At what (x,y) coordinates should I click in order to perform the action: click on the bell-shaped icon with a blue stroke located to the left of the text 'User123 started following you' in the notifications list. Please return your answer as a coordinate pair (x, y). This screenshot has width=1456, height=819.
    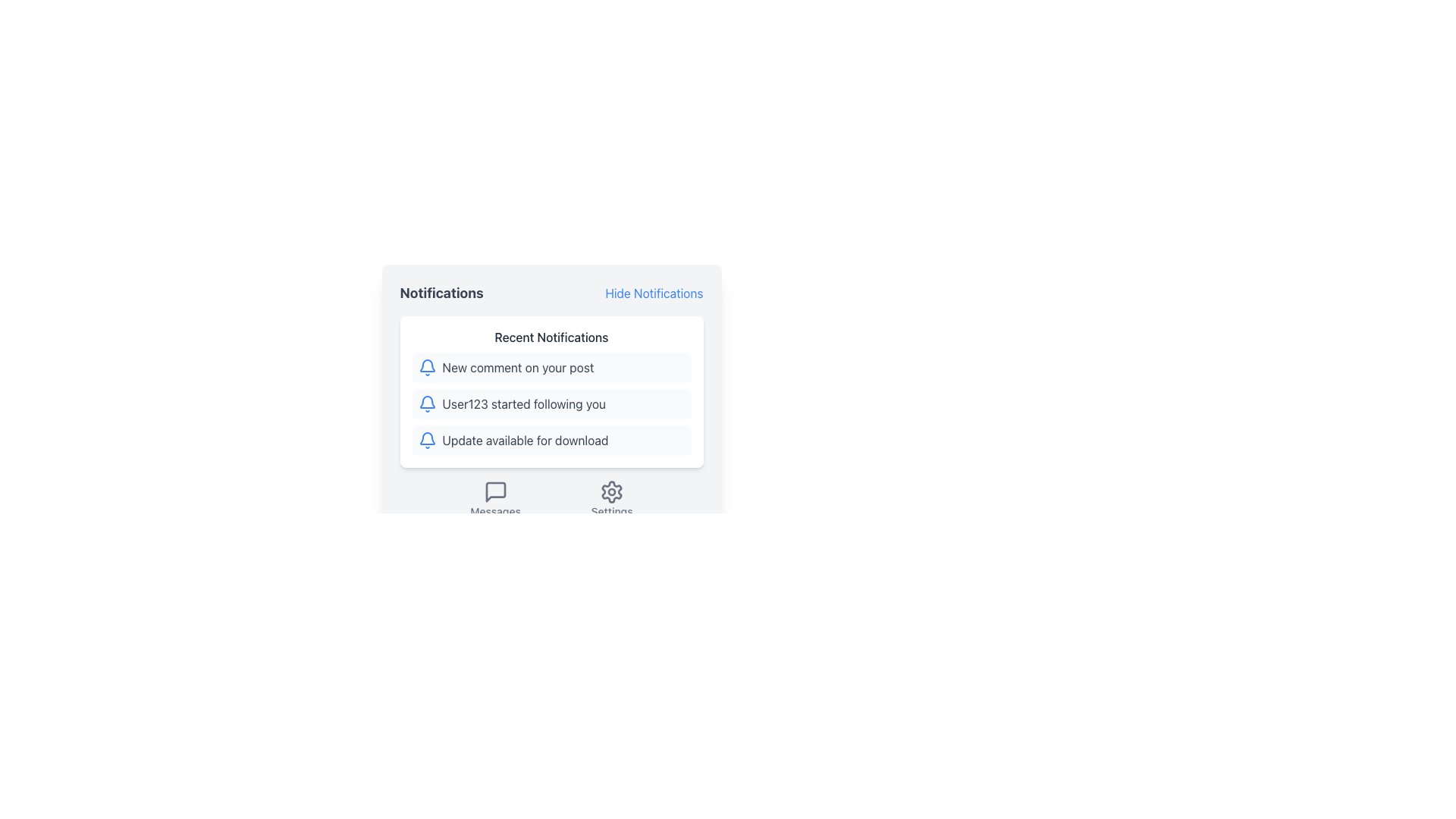
    Looking at the image, I should click on (426, 403).